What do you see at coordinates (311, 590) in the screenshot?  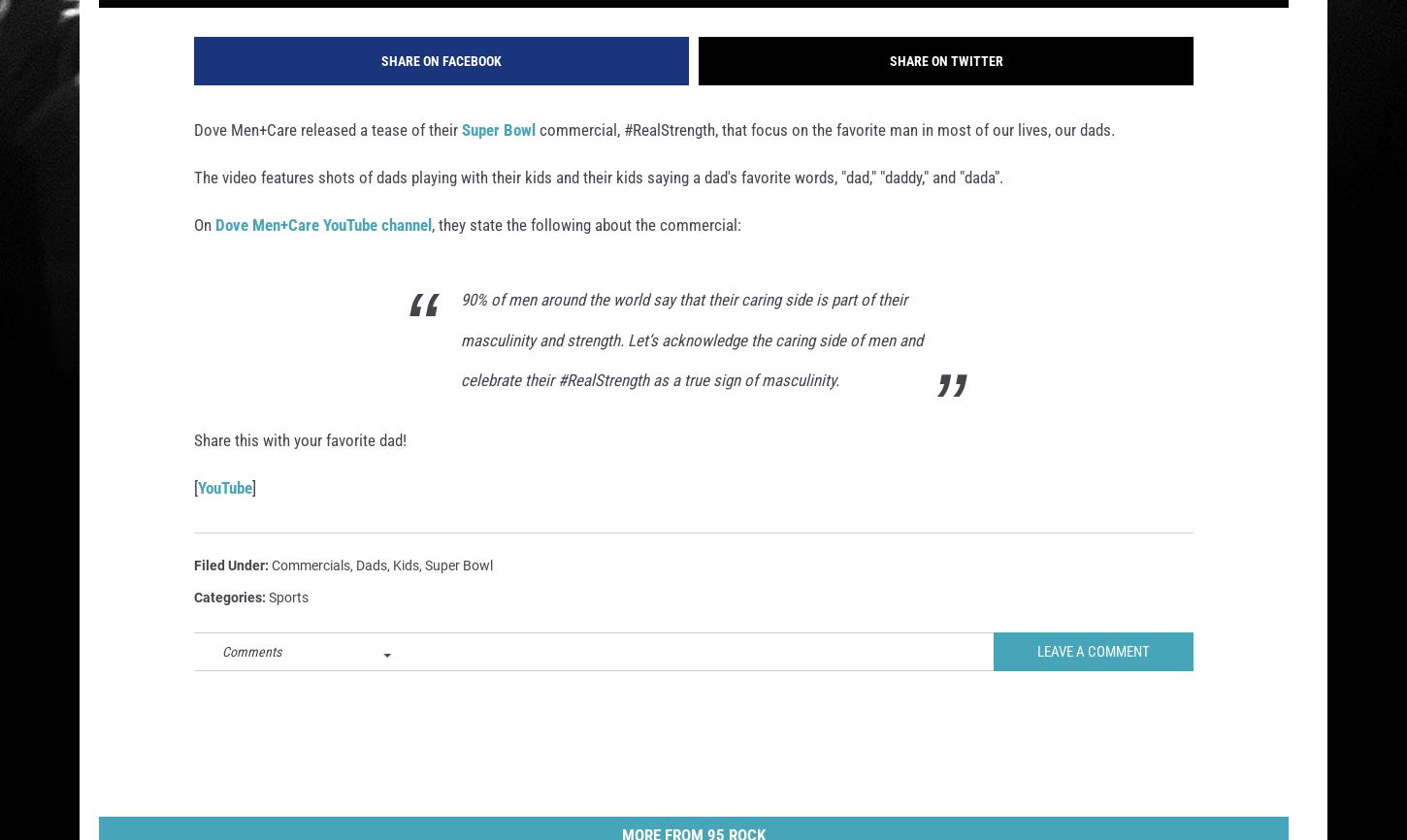 I see `'Commercials'` at bounding box center [311, 590].